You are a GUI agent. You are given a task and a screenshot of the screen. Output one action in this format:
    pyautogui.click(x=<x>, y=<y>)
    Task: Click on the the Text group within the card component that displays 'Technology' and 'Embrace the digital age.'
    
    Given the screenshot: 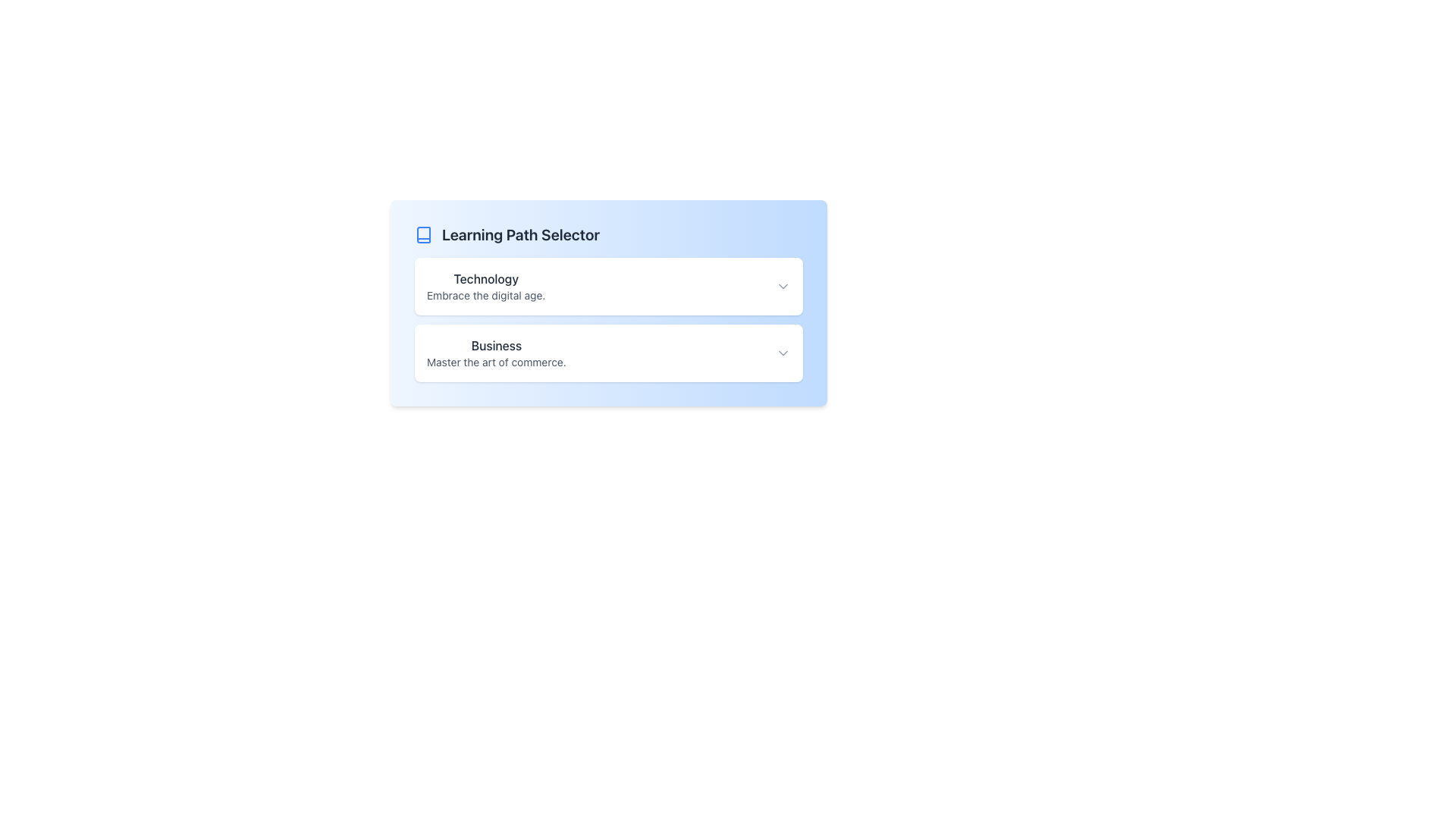 What is the action you would take?
    pyautogui.click(x=486, y=287)
    